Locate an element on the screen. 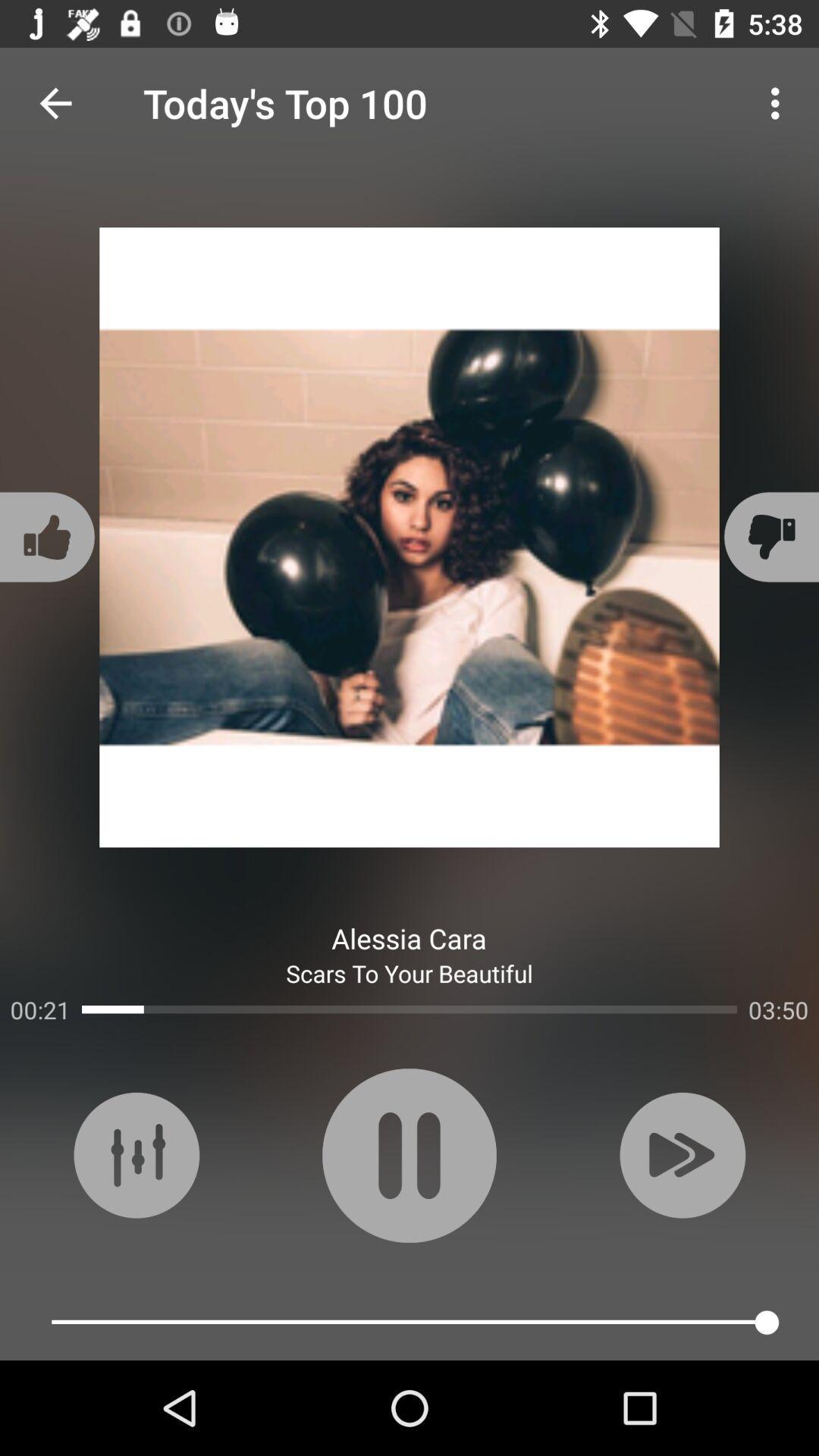 The height and width of the screenshot is (1456, 819). item to the right of the today s top icon is located at coordinates (779, 102).